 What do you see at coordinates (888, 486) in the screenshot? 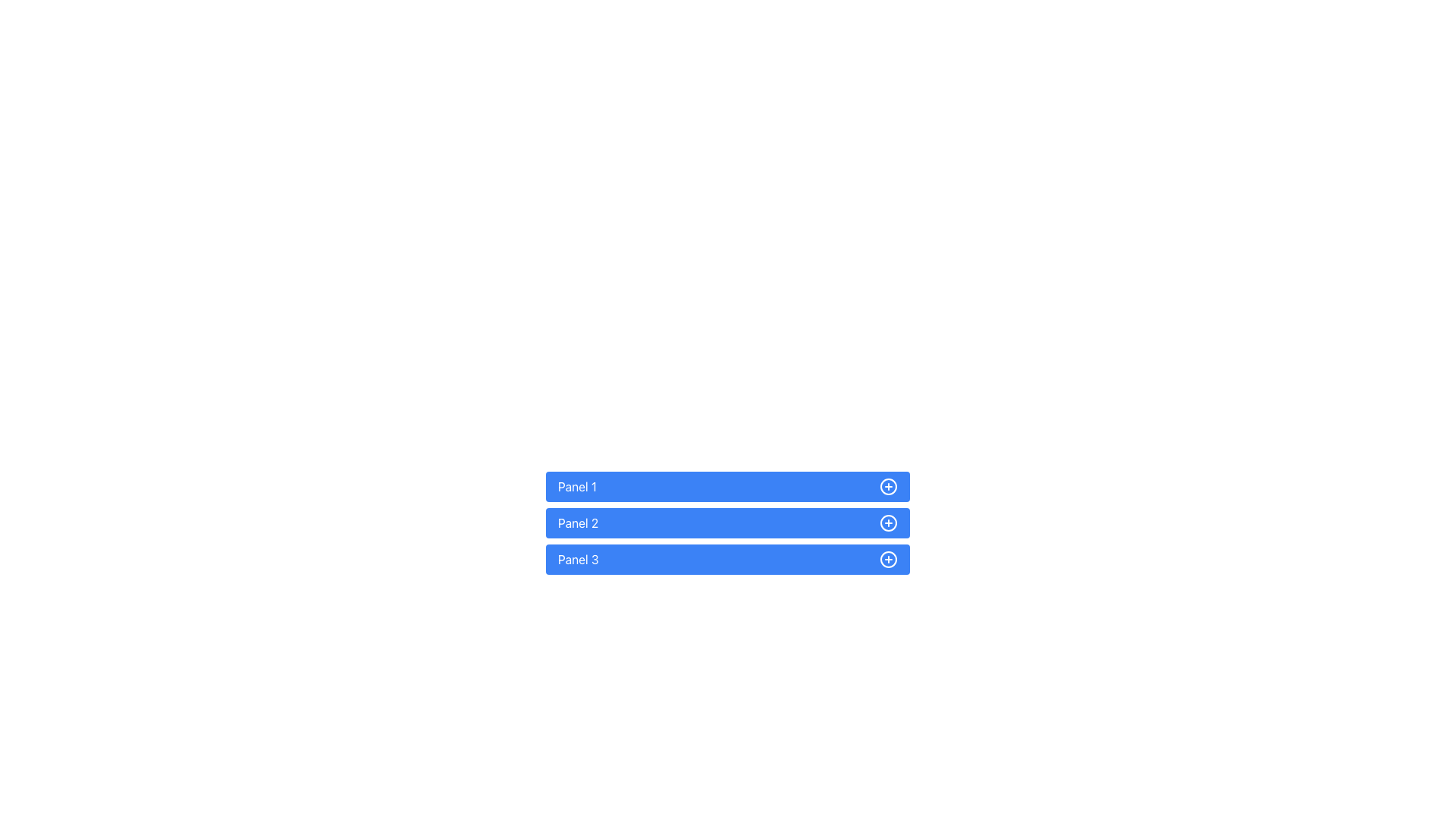
I see `the outer circular shape of the plus-icon located within the blue rectangle labeled 'Panel 1' towards the right edge` at bounding box center [888, 486].